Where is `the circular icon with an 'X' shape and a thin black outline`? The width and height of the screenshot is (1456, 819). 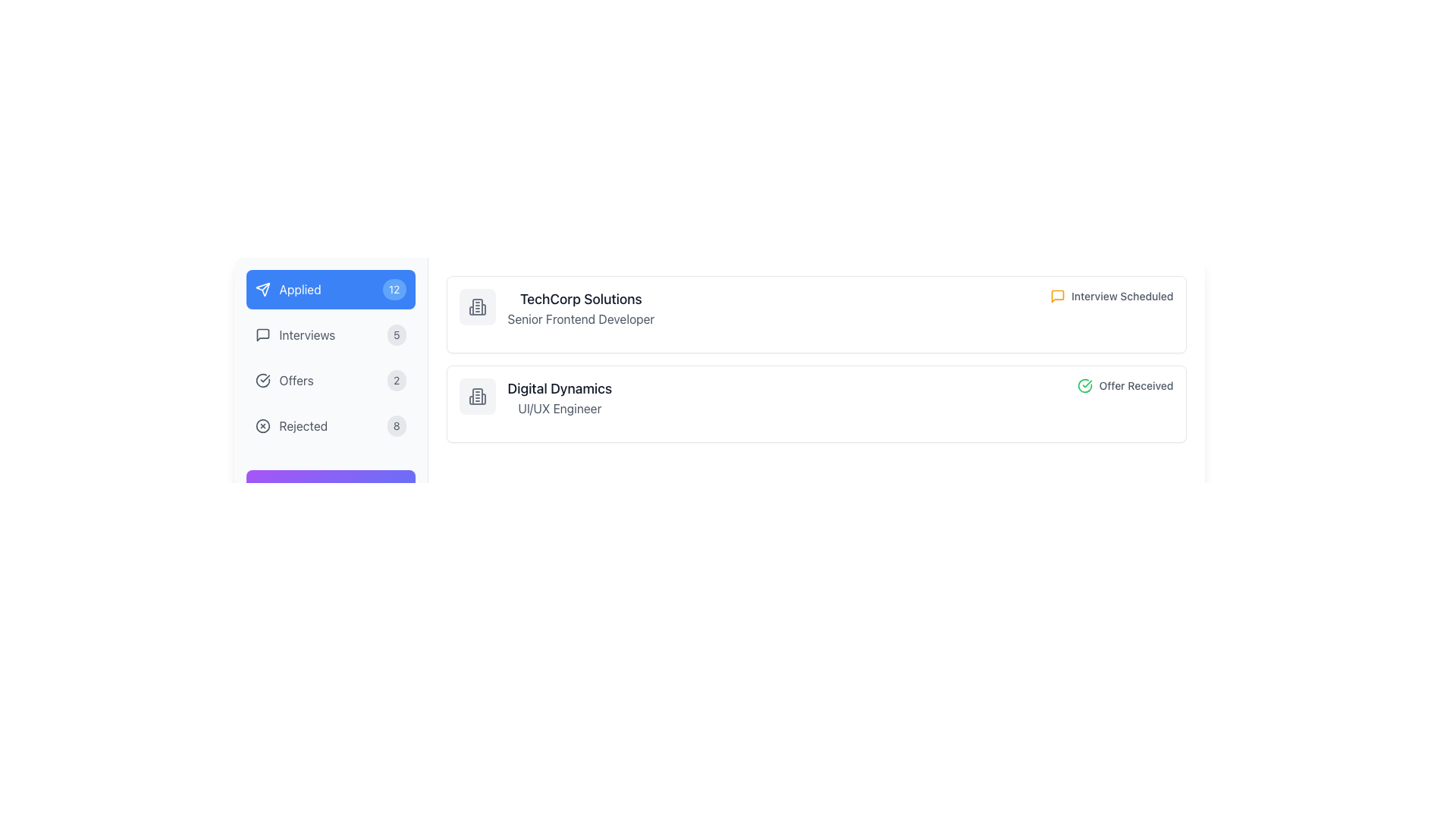 the circular icon with an 'X' shape and a thin black outline is located at coordinates (262, 426).